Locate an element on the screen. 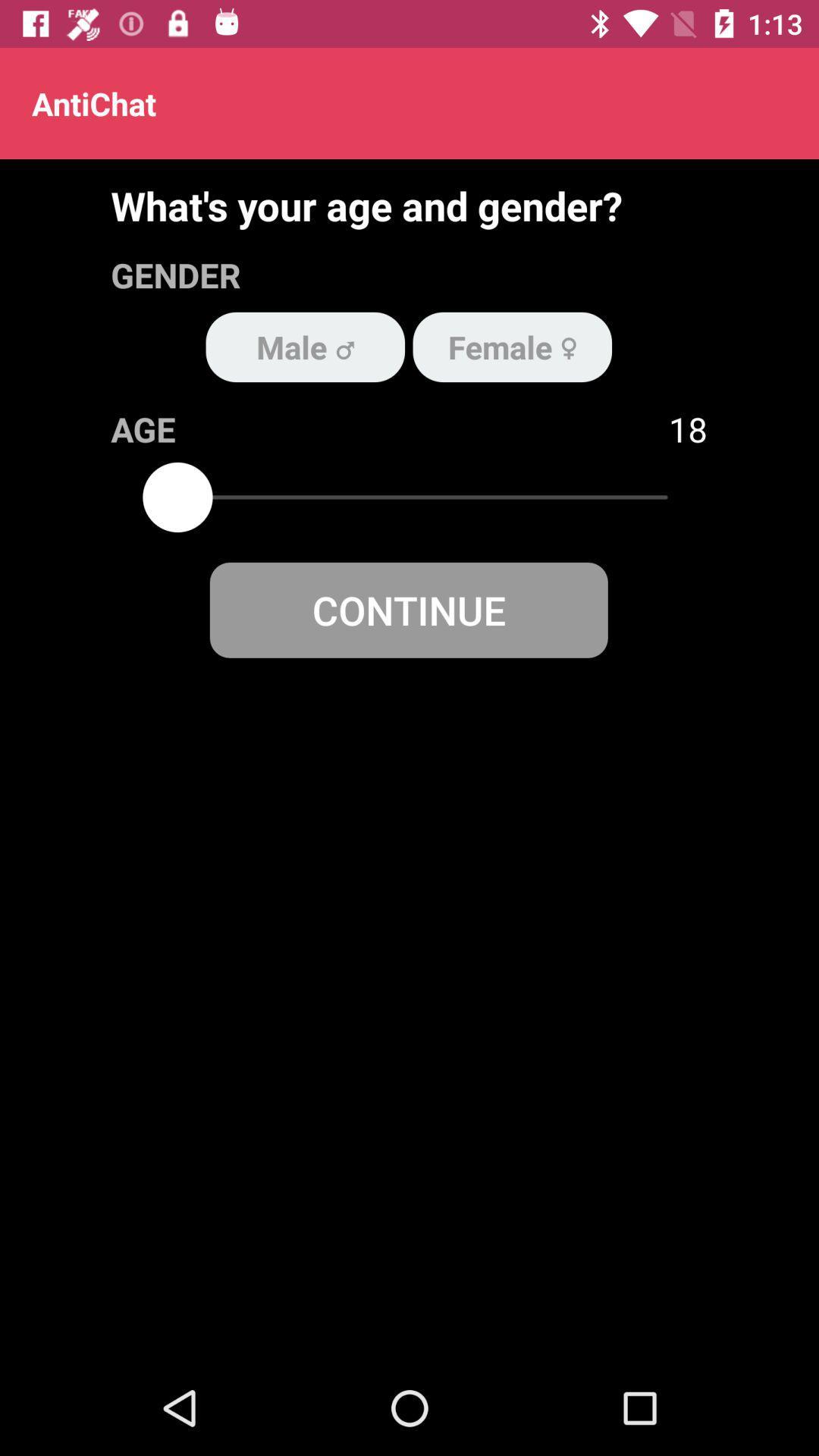 The image size is (819, 1456). the item below the gender item is located at coordinates (305, 346).